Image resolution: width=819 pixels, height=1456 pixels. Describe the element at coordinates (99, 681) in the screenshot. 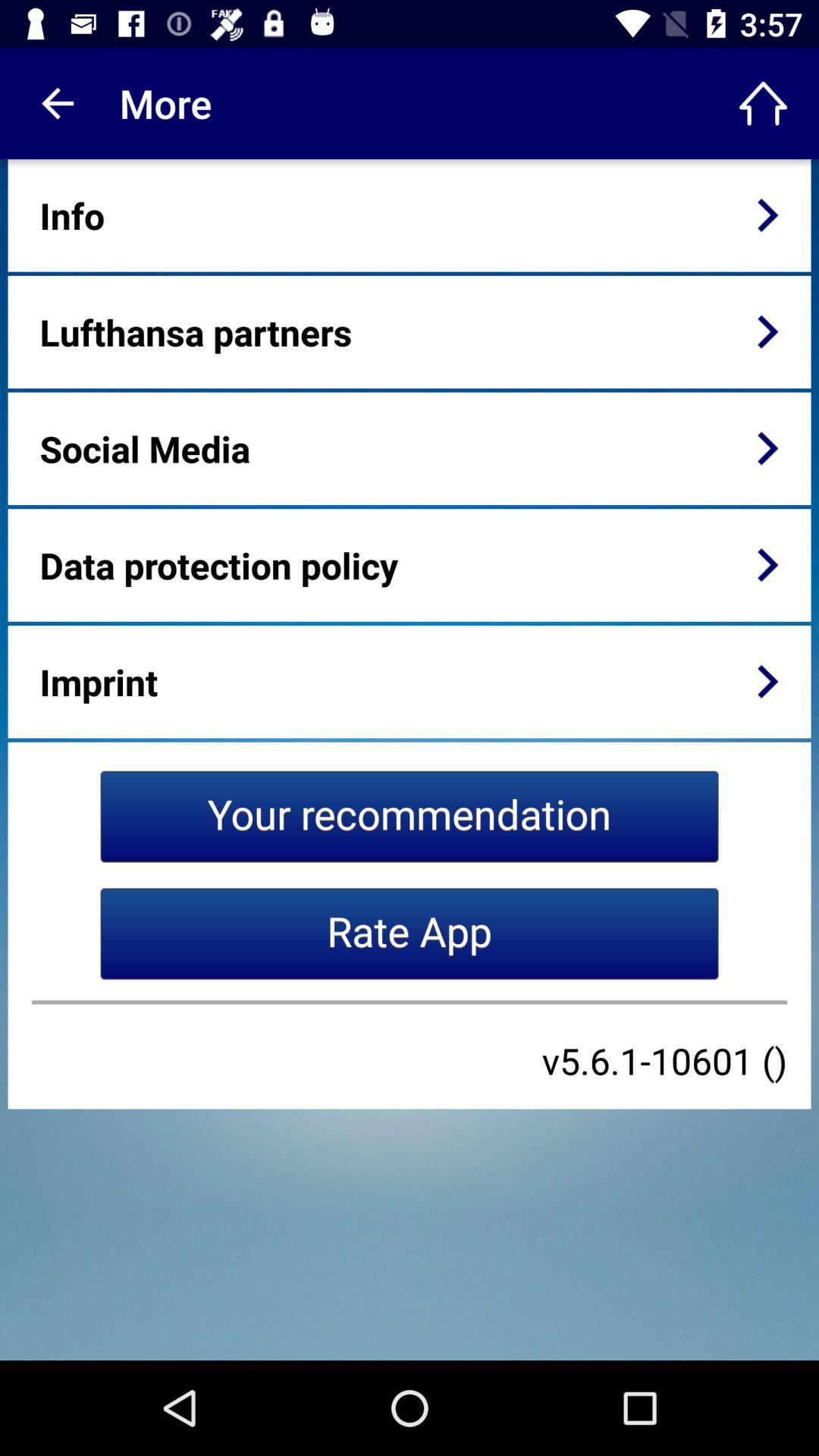

I see `the imprint item` at that location.